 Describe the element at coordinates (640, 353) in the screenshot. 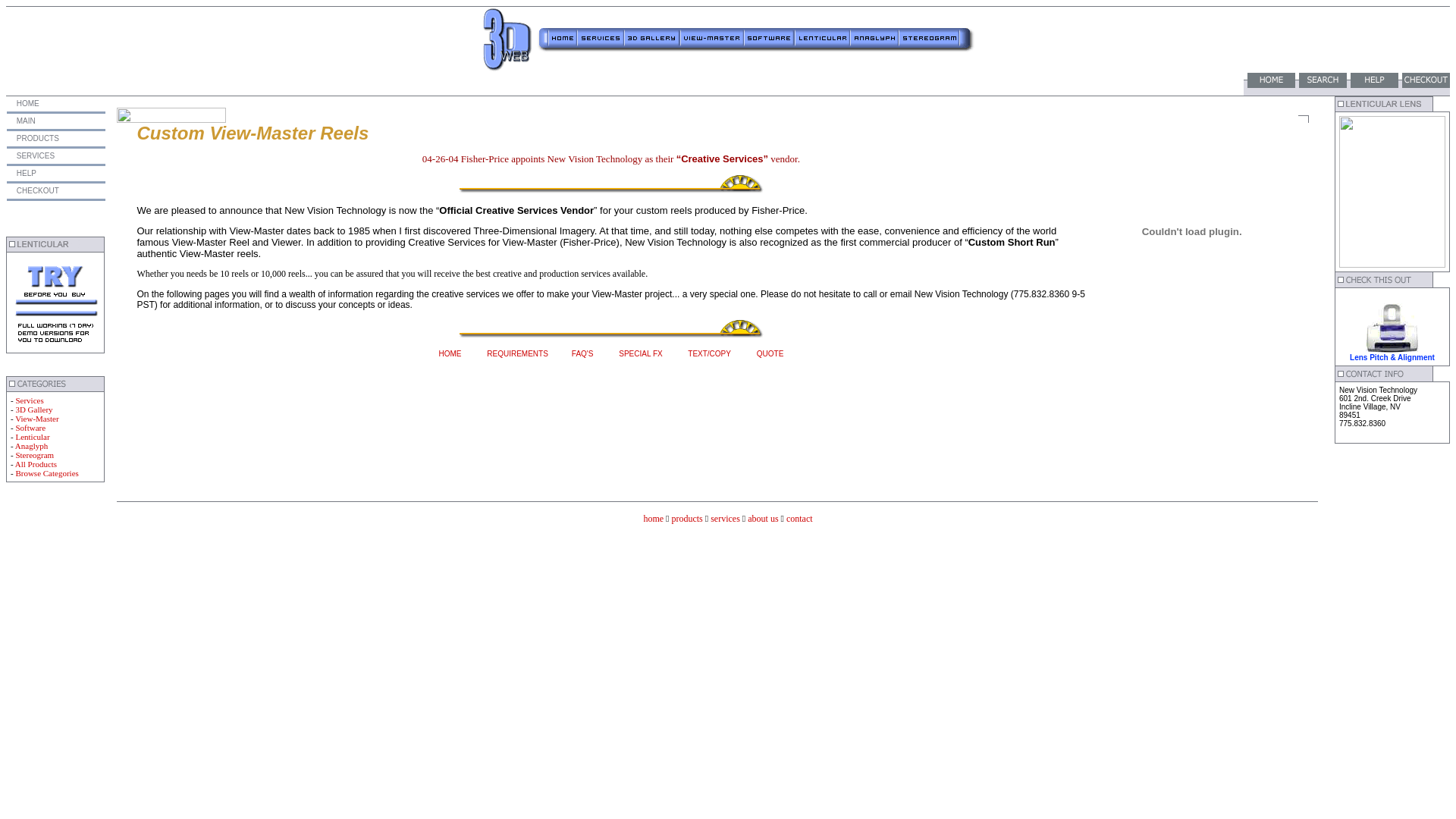

I see `'SPECIAL FX'` at that location.